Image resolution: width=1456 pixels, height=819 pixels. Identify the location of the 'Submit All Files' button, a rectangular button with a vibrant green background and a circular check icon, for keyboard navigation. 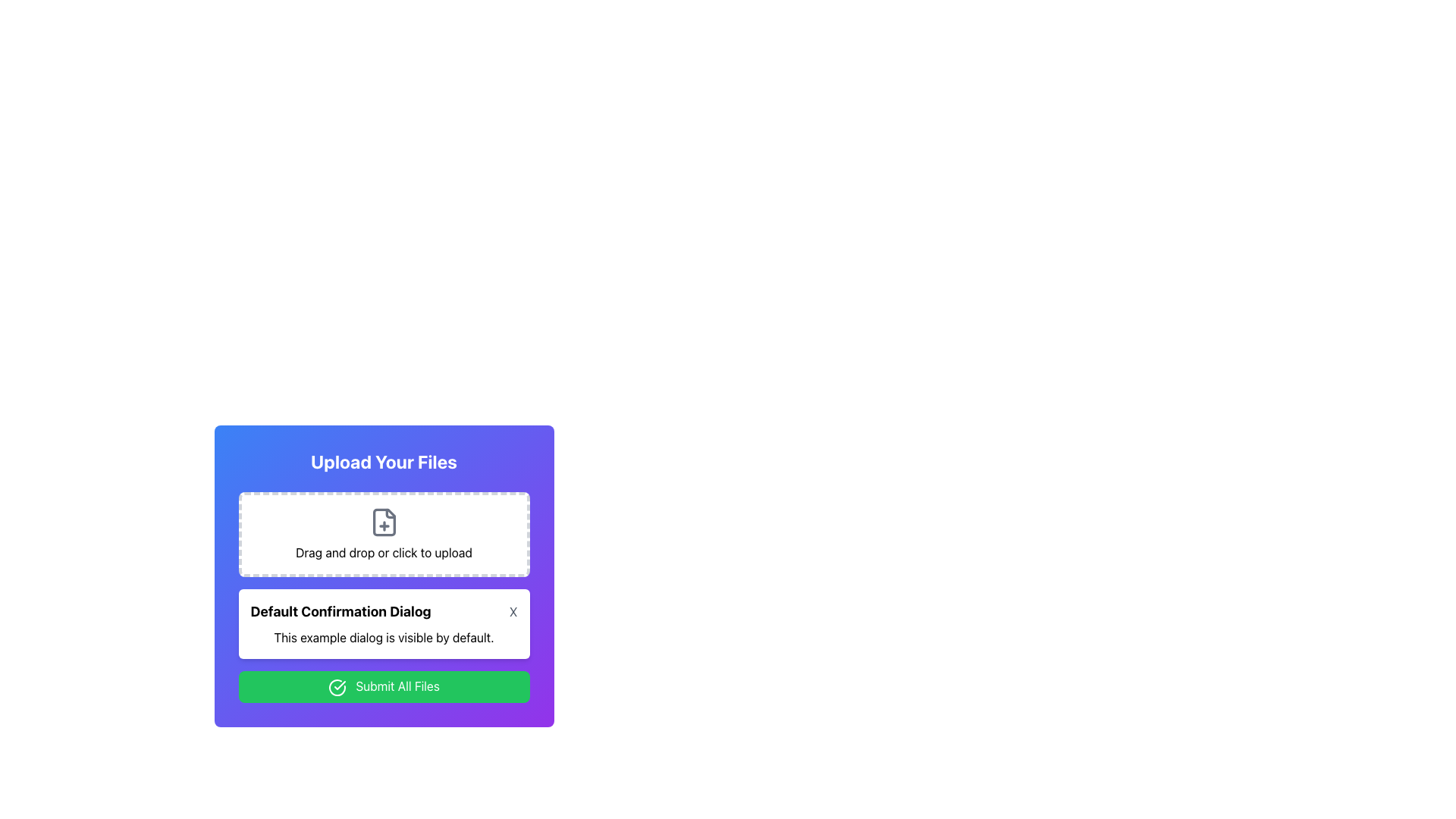
(384, 686).